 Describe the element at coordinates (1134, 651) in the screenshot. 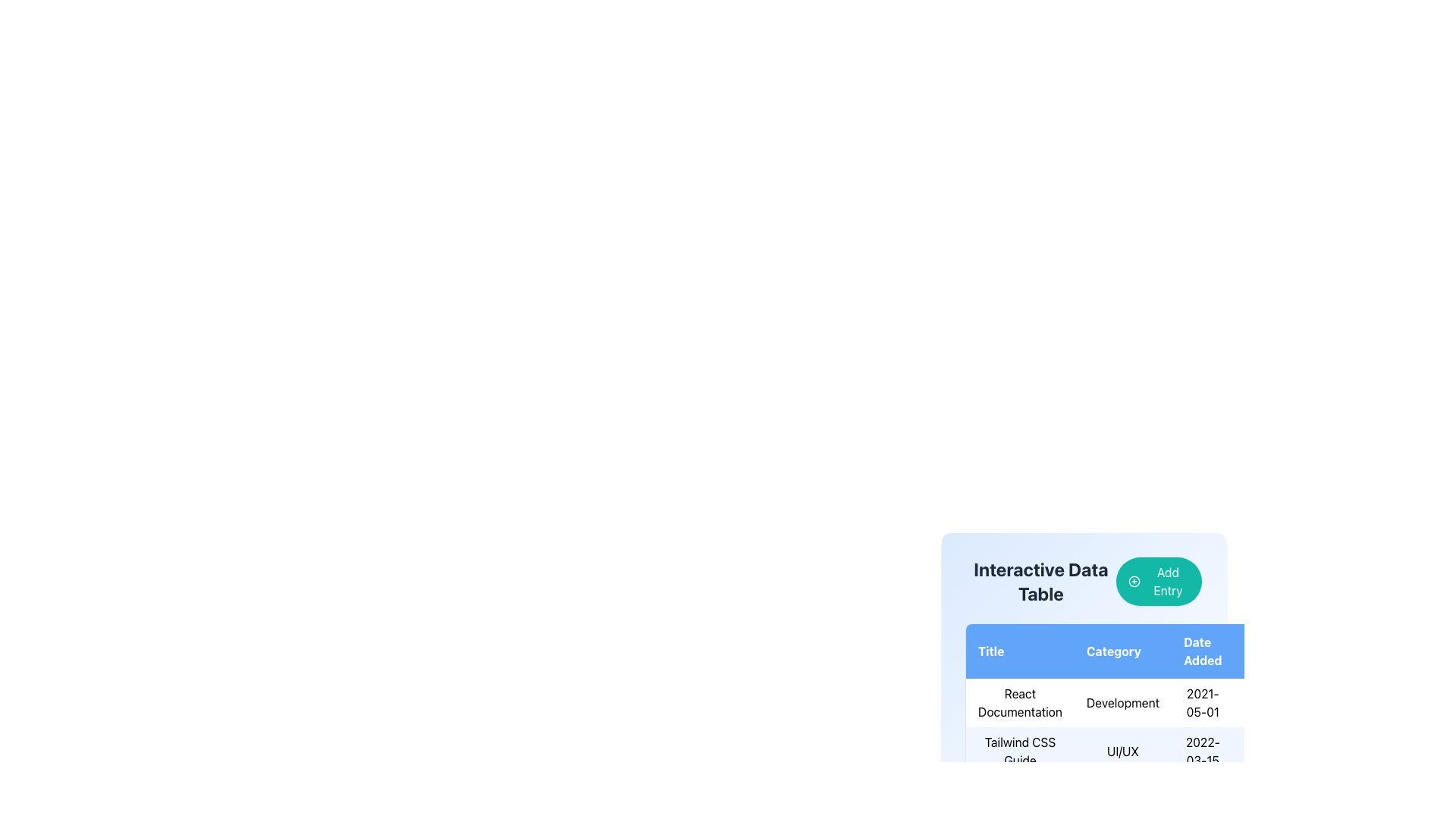

I see `header text of the Table Header Row containing 'Title', 'Category', 'Date Added', and 'Actions', which is a blue rectangular section at the top of the data table` at that location.